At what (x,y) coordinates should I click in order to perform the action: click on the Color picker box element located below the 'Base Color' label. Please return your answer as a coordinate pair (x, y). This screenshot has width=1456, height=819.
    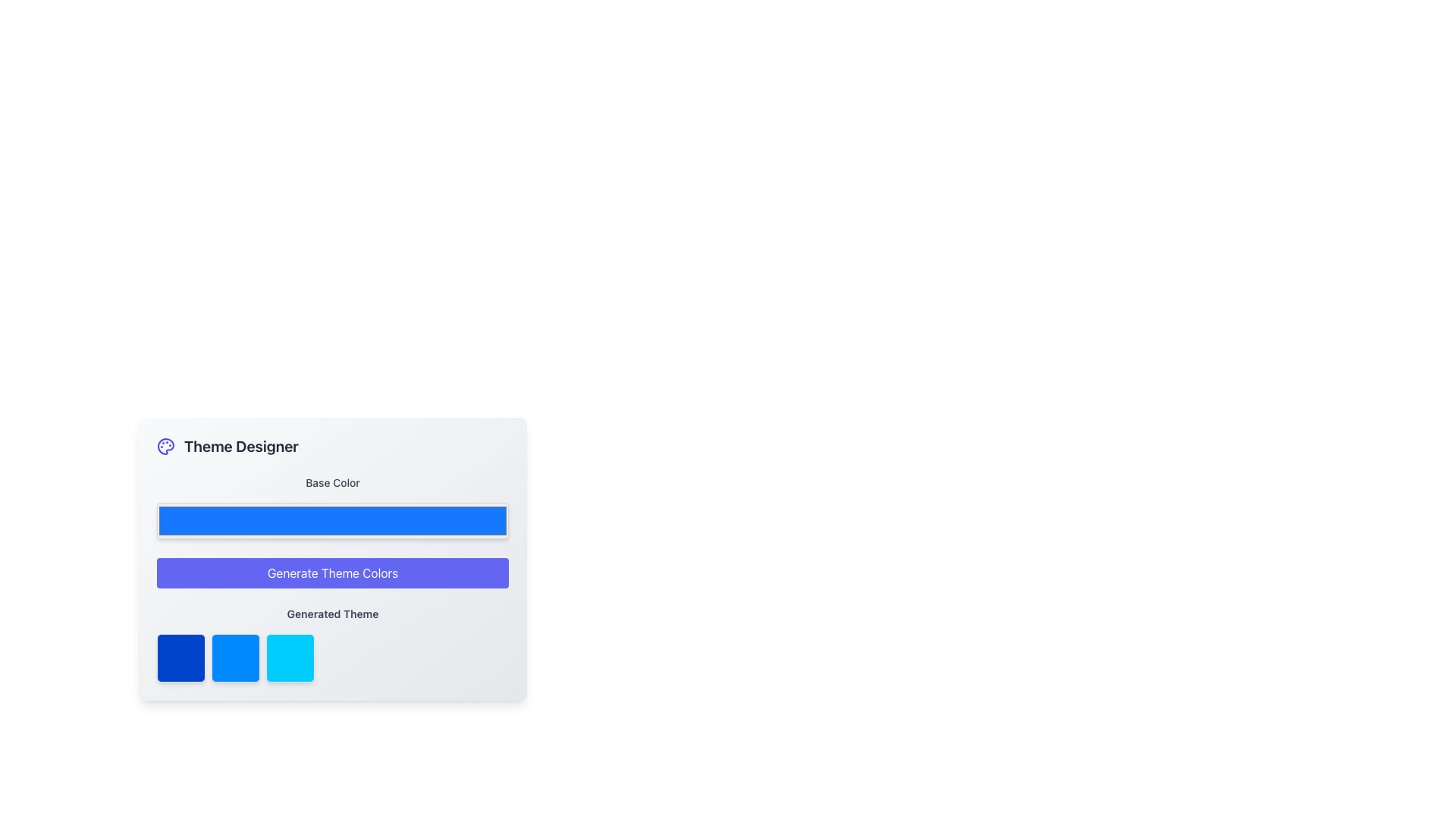
    Looking at the image, I should click on (331, 507).